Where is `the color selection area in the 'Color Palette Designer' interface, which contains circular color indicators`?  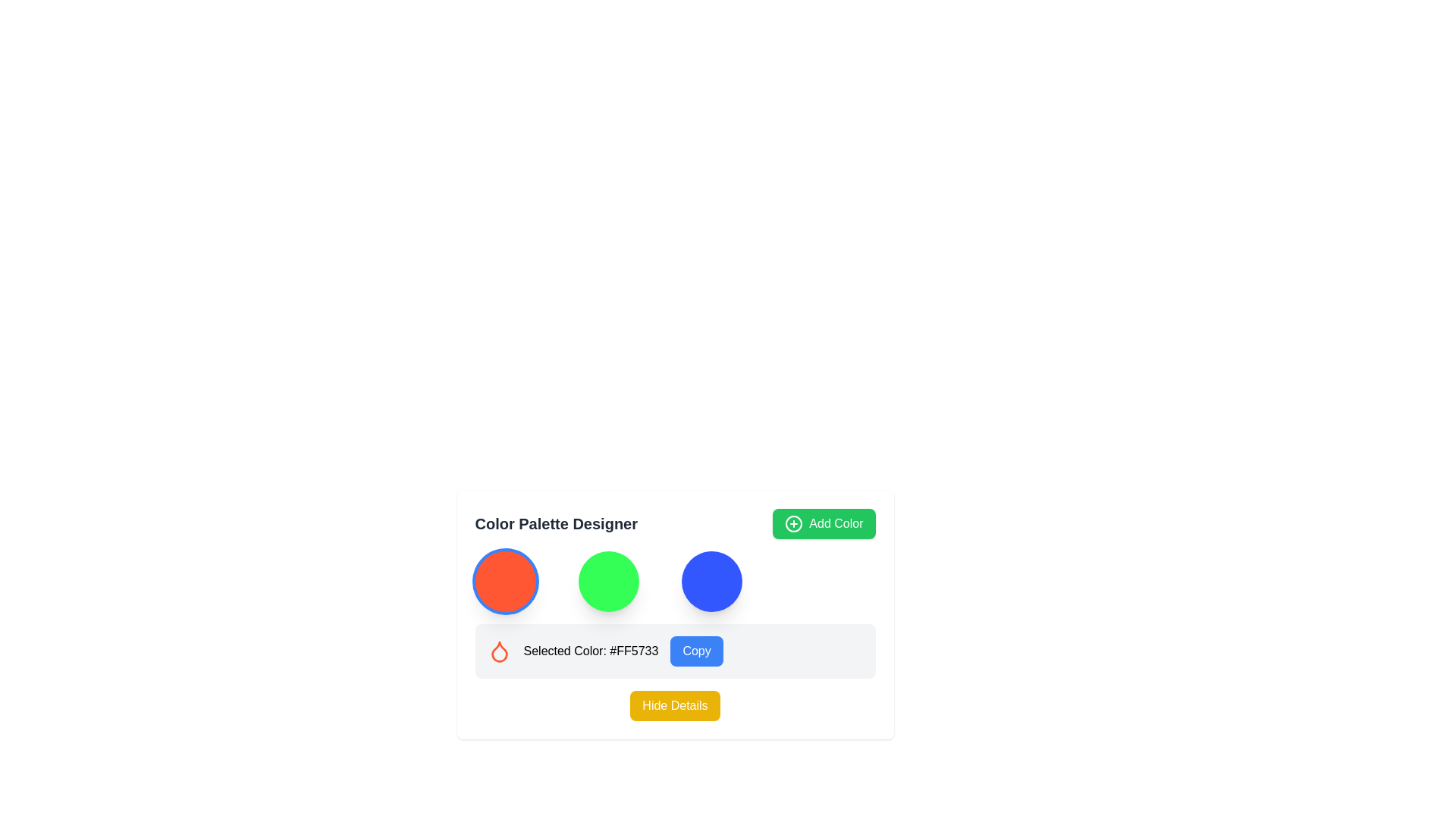
the color selection area in the 'Color Palette Designer' interface, which contains circular color indicators is located at coordinates (674, 581).